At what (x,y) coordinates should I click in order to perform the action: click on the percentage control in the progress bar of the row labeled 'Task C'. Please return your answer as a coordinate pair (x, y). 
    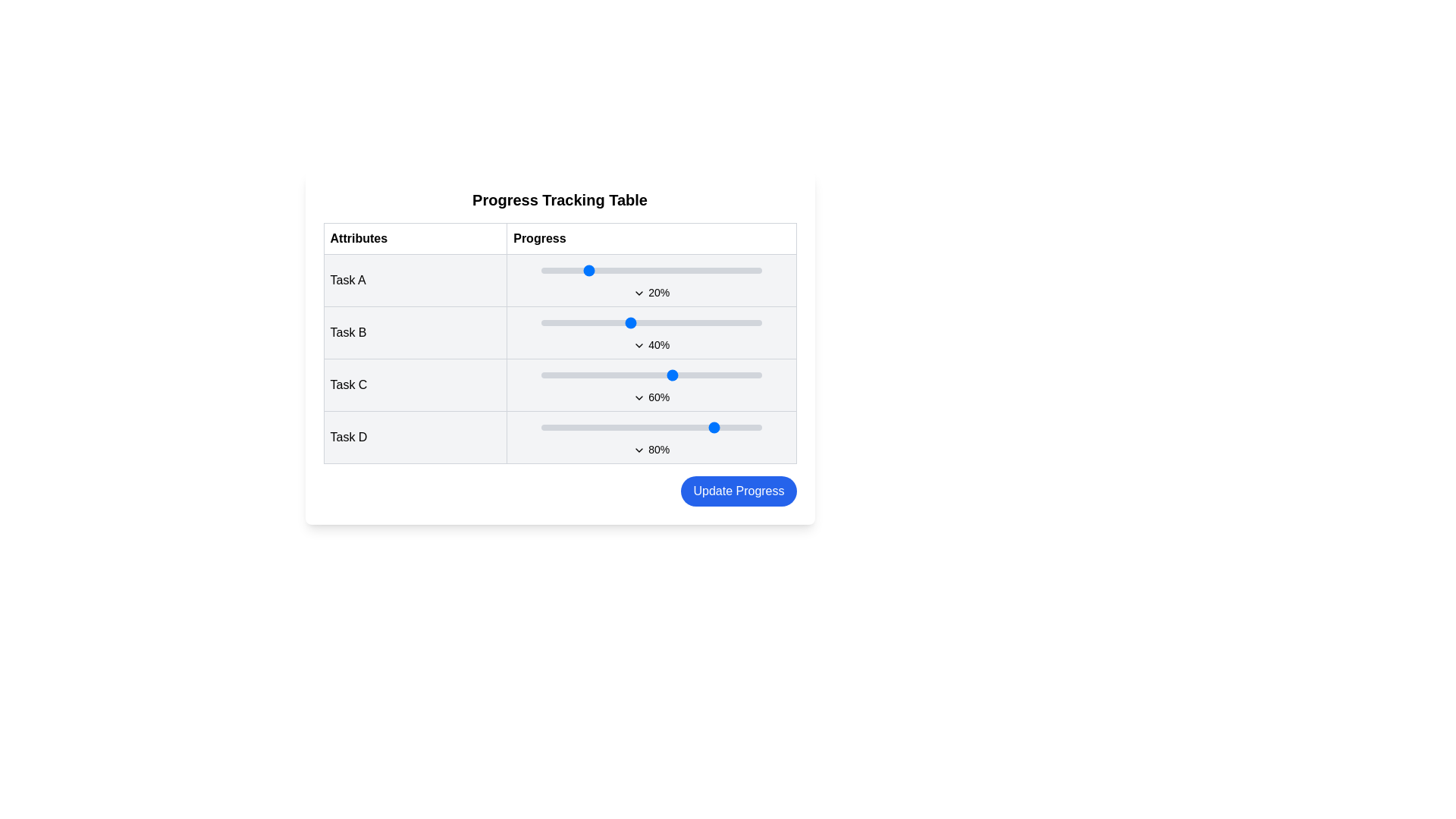
    Looking at the image, I should click on (559, 384).